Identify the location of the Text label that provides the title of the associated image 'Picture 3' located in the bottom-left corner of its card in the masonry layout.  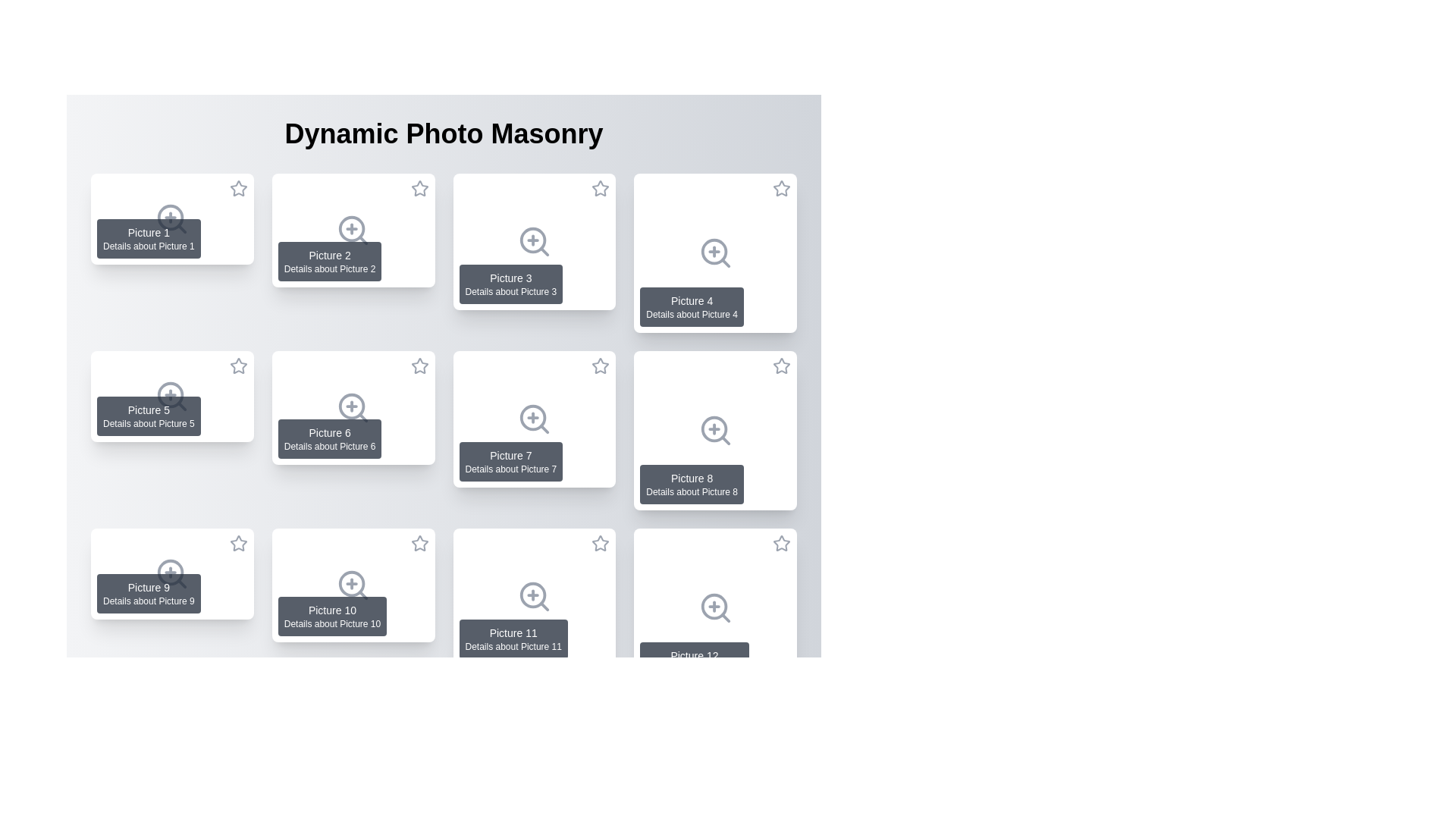
(510, 278).